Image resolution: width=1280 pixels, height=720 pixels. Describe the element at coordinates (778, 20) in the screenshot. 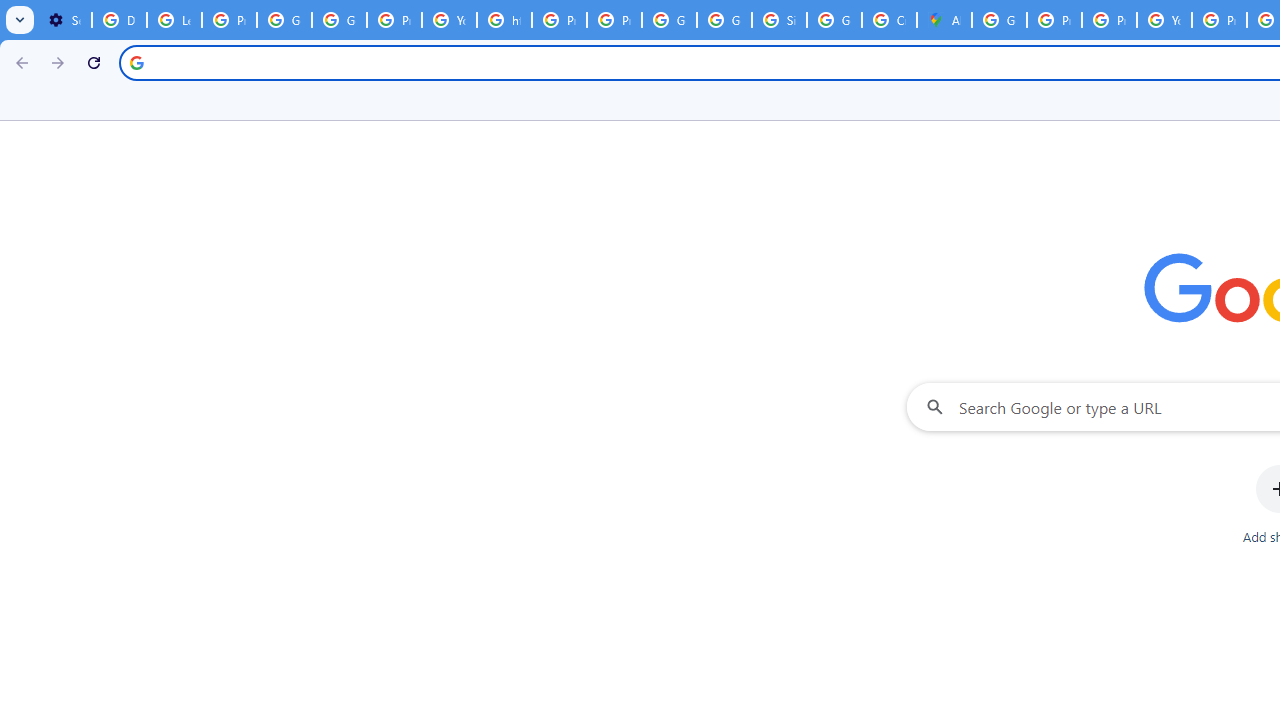

I see `'Sign in - Google Accounts'` at that location.